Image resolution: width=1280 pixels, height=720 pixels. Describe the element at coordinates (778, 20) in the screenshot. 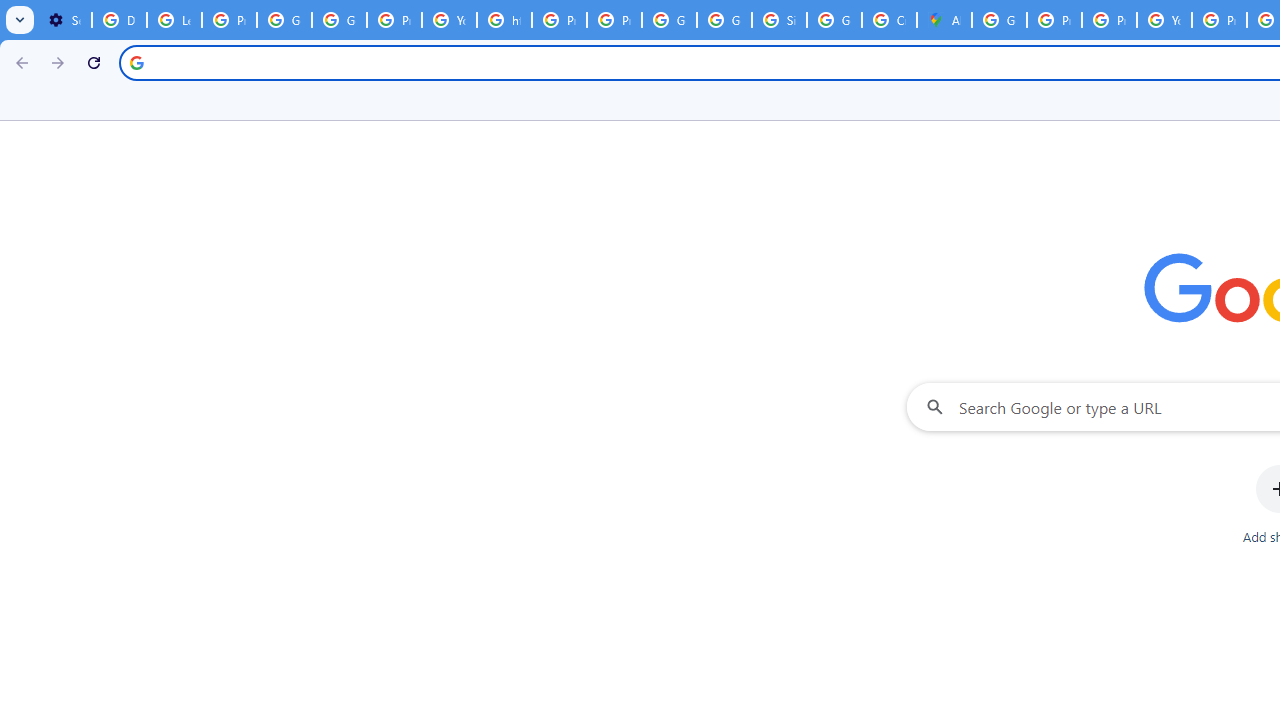

I see `'Sign in - Google Accounts'` at that location.